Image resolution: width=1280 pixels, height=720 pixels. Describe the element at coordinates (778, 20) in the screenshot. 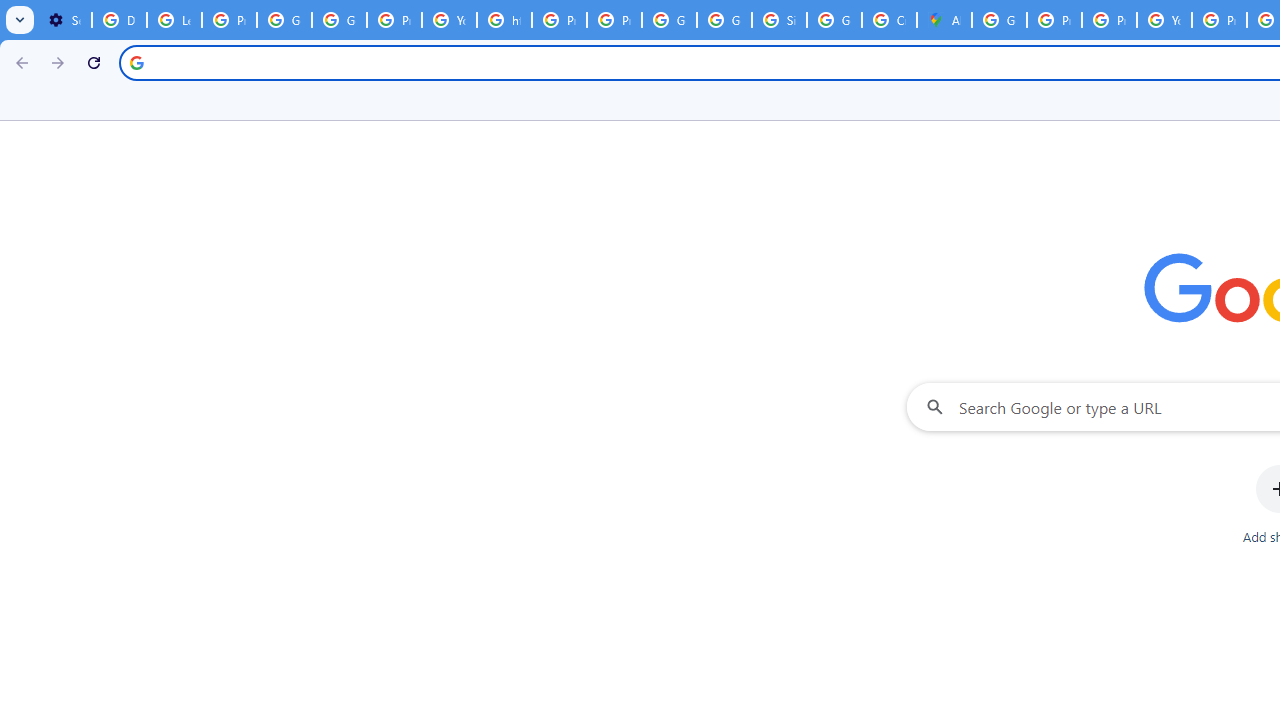

I see `'Sign in - Google Accounts'` at that location.